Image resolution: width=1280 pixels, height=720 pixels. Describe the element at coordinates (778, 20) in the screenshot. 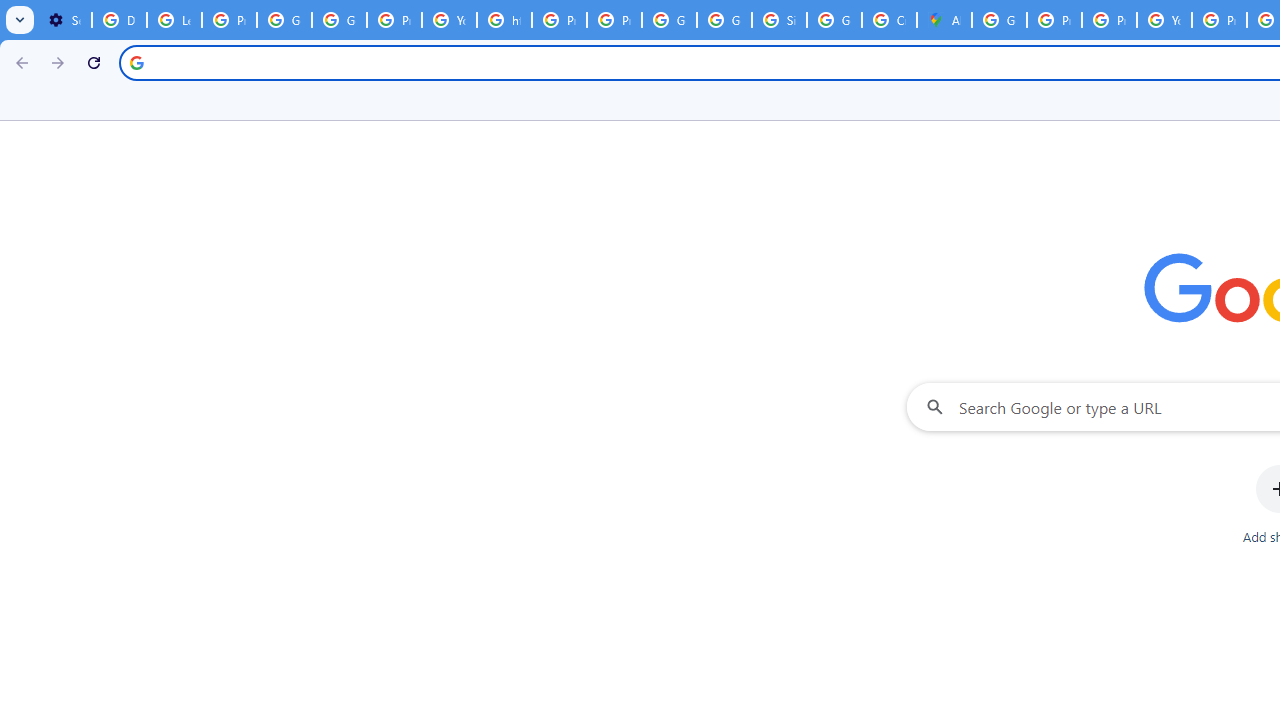

I see `'Sign in - Google Accounts'` at that location.